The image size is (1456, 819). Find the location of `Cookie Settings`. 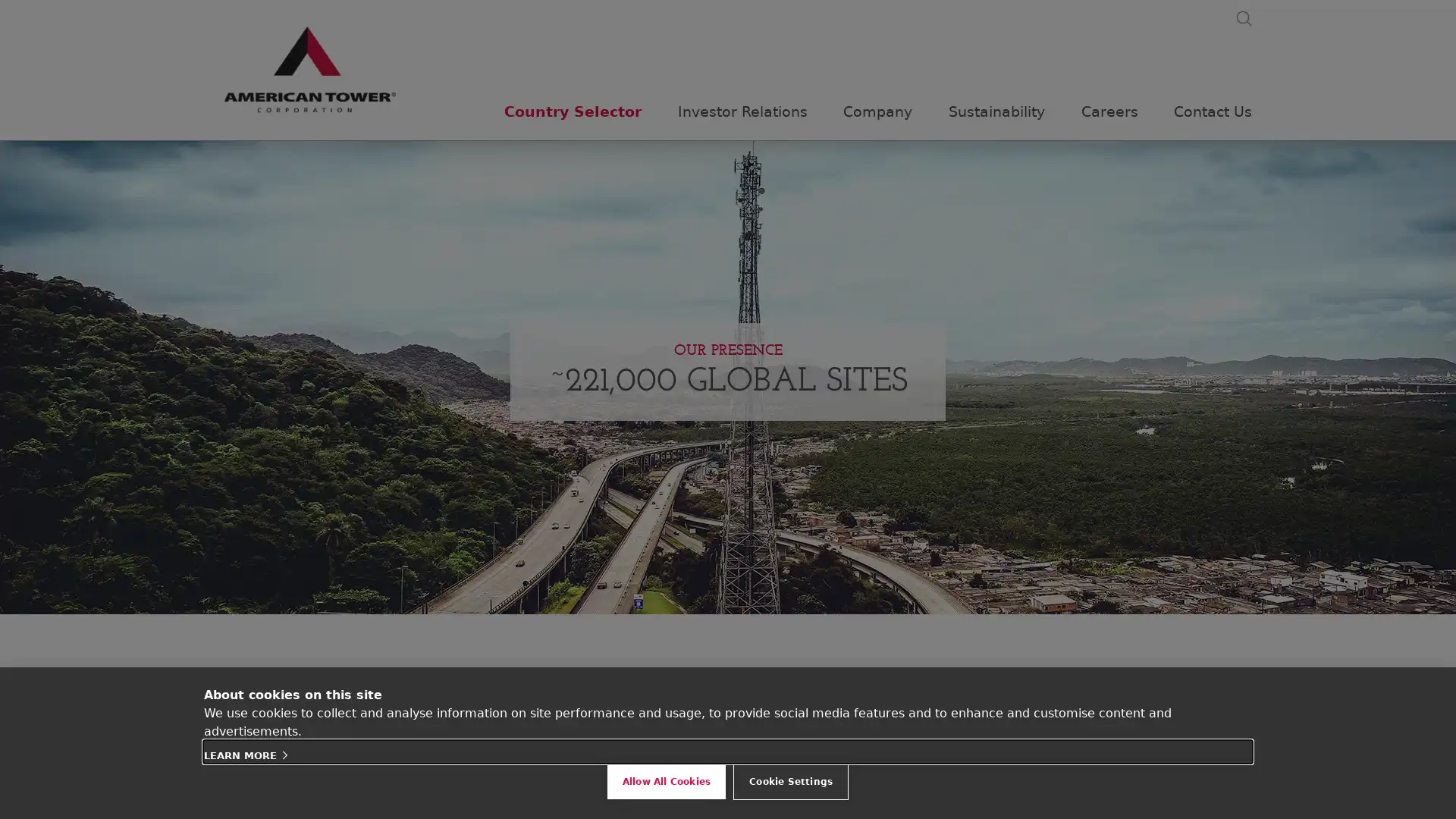

Cookie Settings is located at coordinates (789, 781).